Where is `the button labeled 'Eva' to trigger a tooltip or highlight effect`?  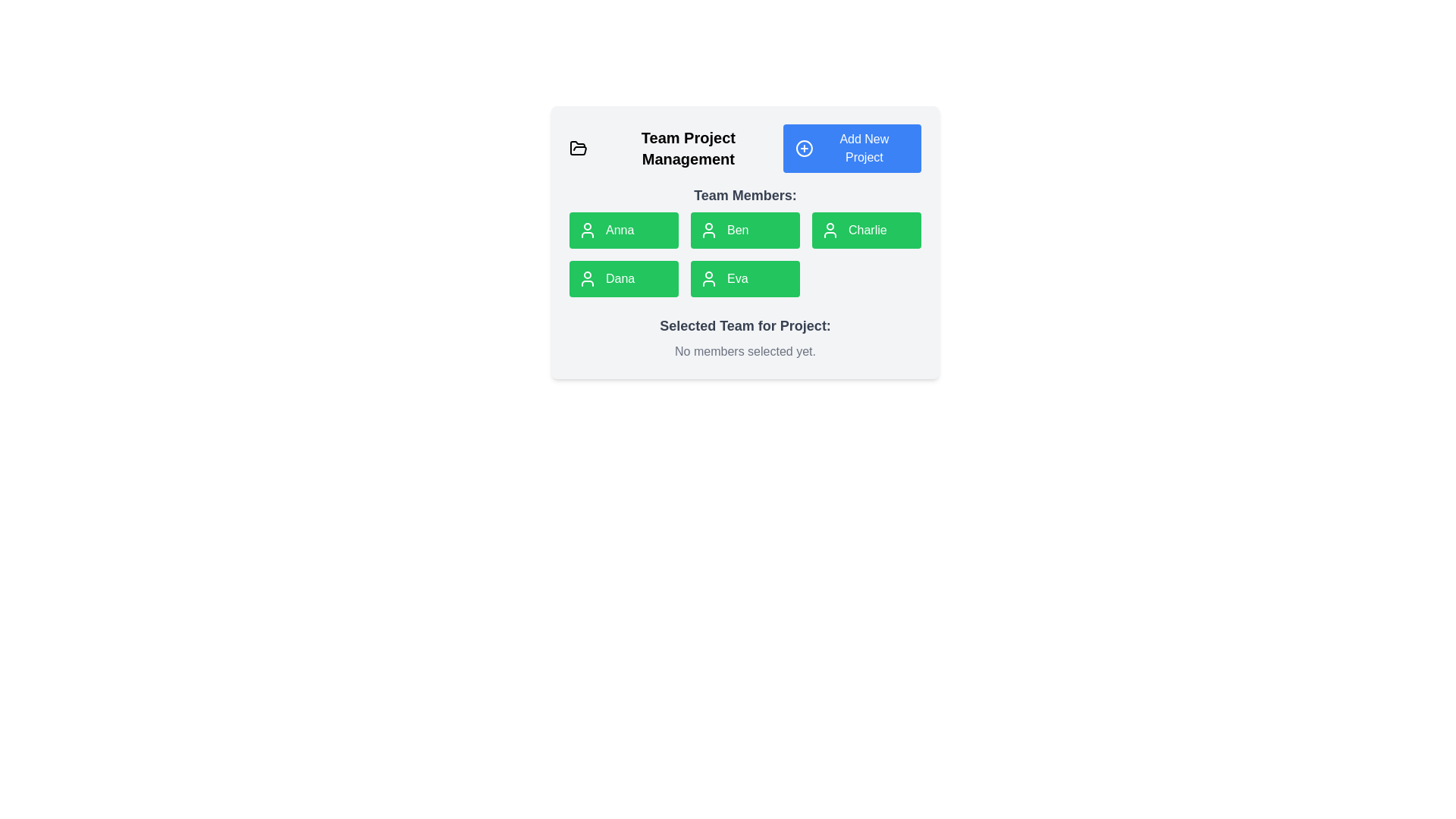 the button labeled 'Eva' to trigger a tooltip or highlight effect is located at coordinates (745, 278).